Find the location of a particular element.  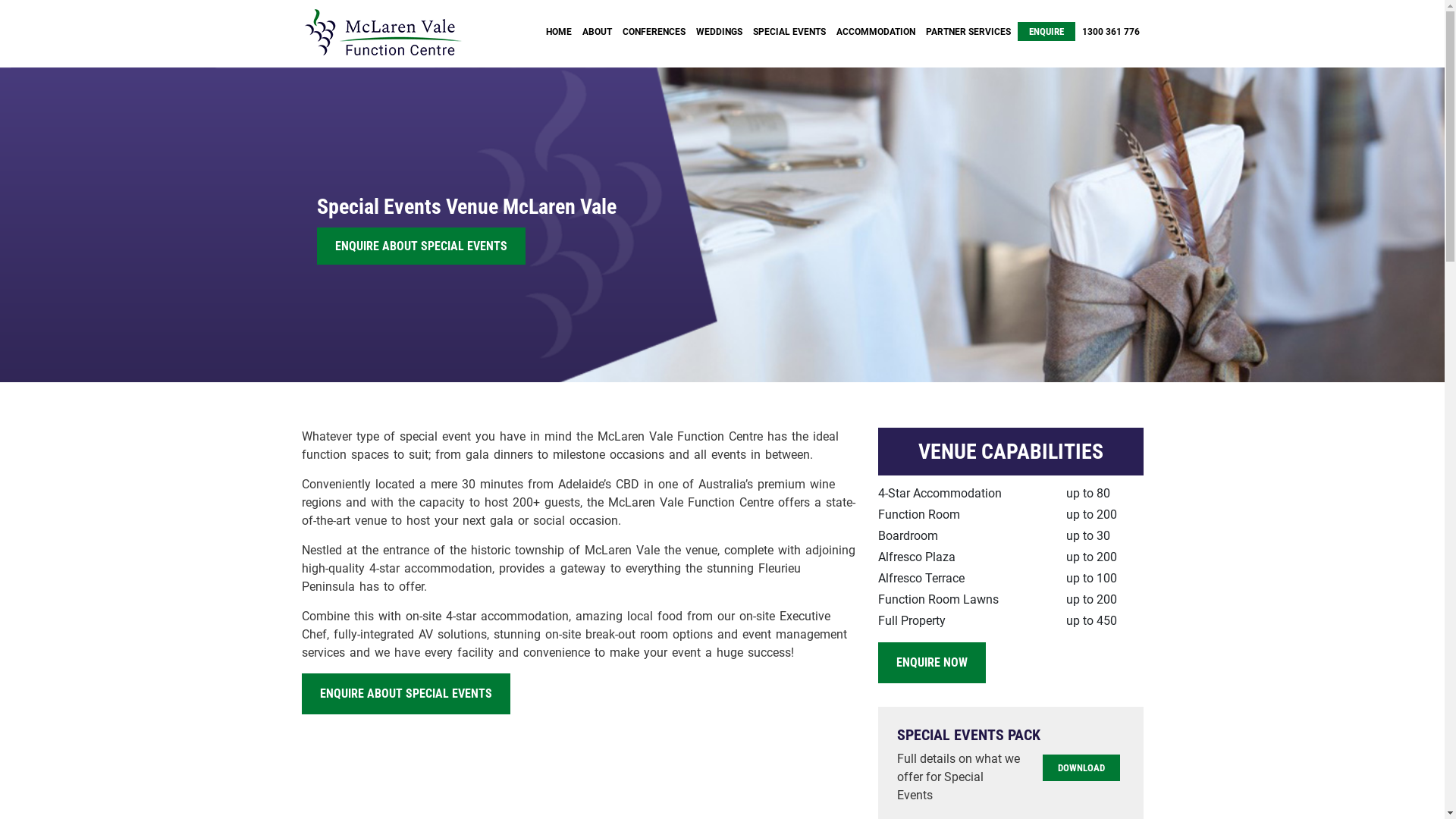

'SPECIAL EVENTS' is located at coordinates (789, 32).